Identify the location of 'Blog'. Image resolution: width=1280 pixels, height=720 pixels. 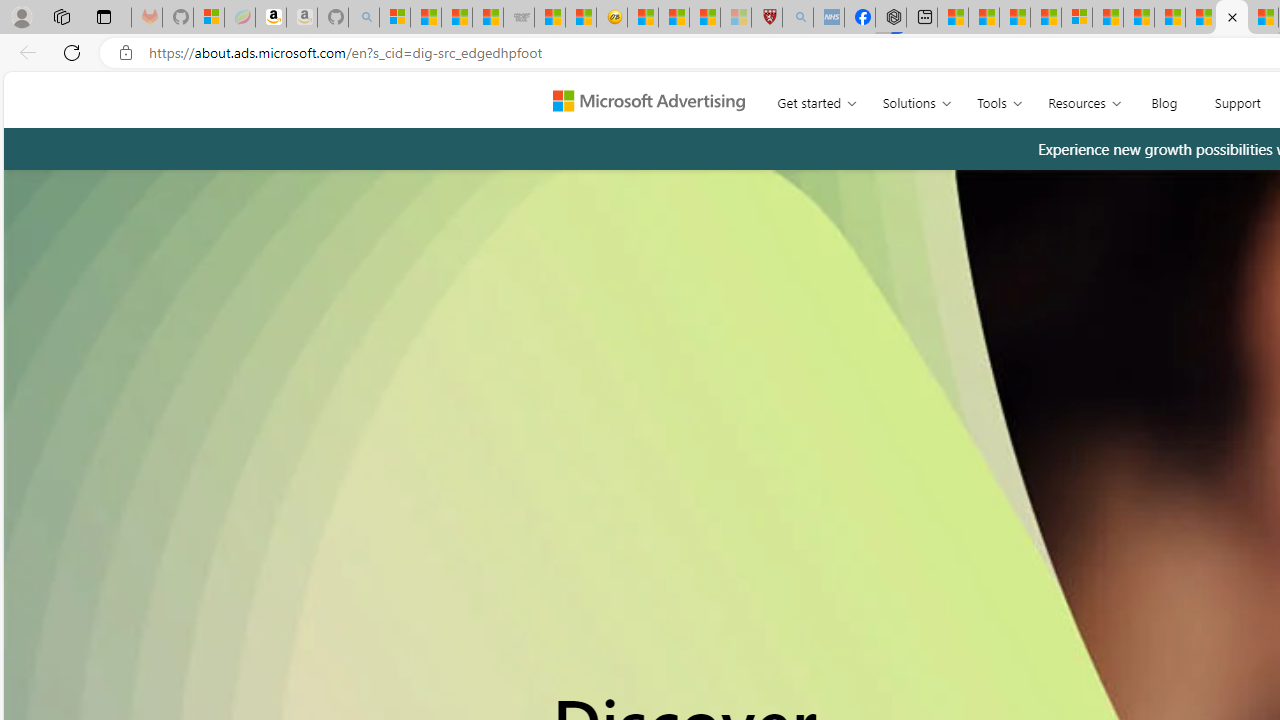
(1164, 99).